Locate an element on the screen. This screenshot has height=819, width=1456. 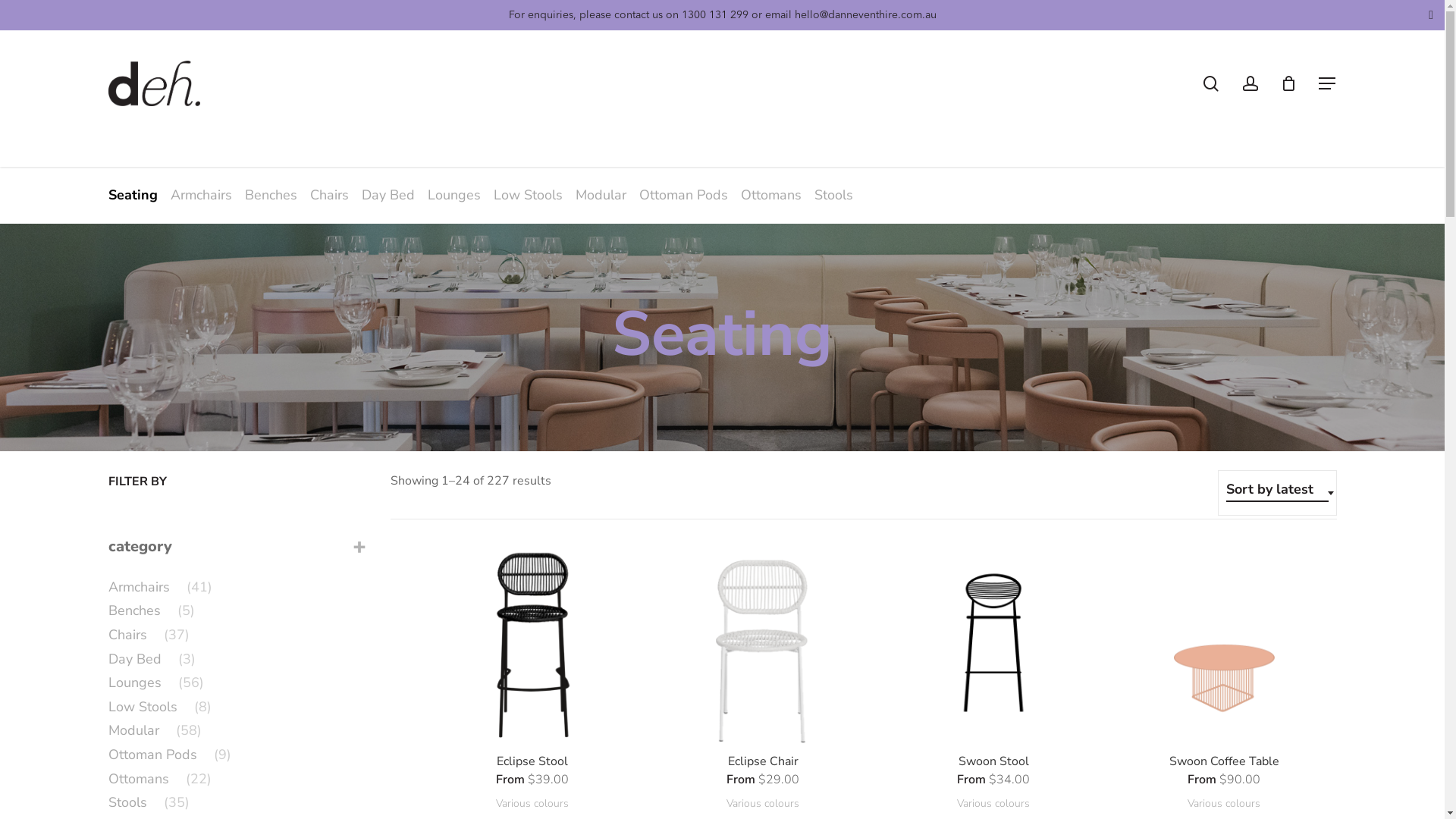
'Benches' is located at coordinates (272, 194).